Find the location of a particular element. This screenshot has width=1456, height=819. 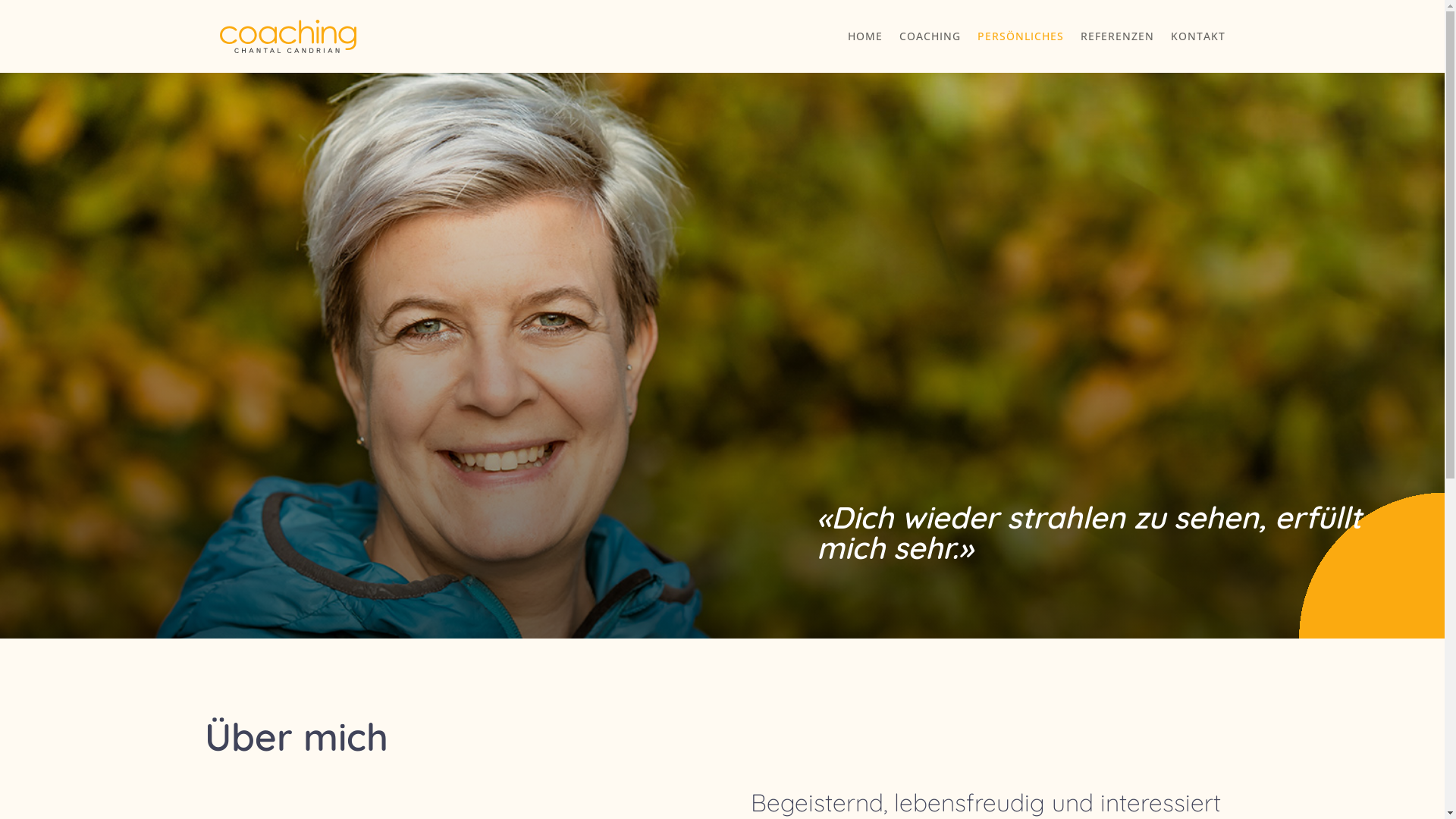

'KONTAKT' is located at coordinates (1197, 35).